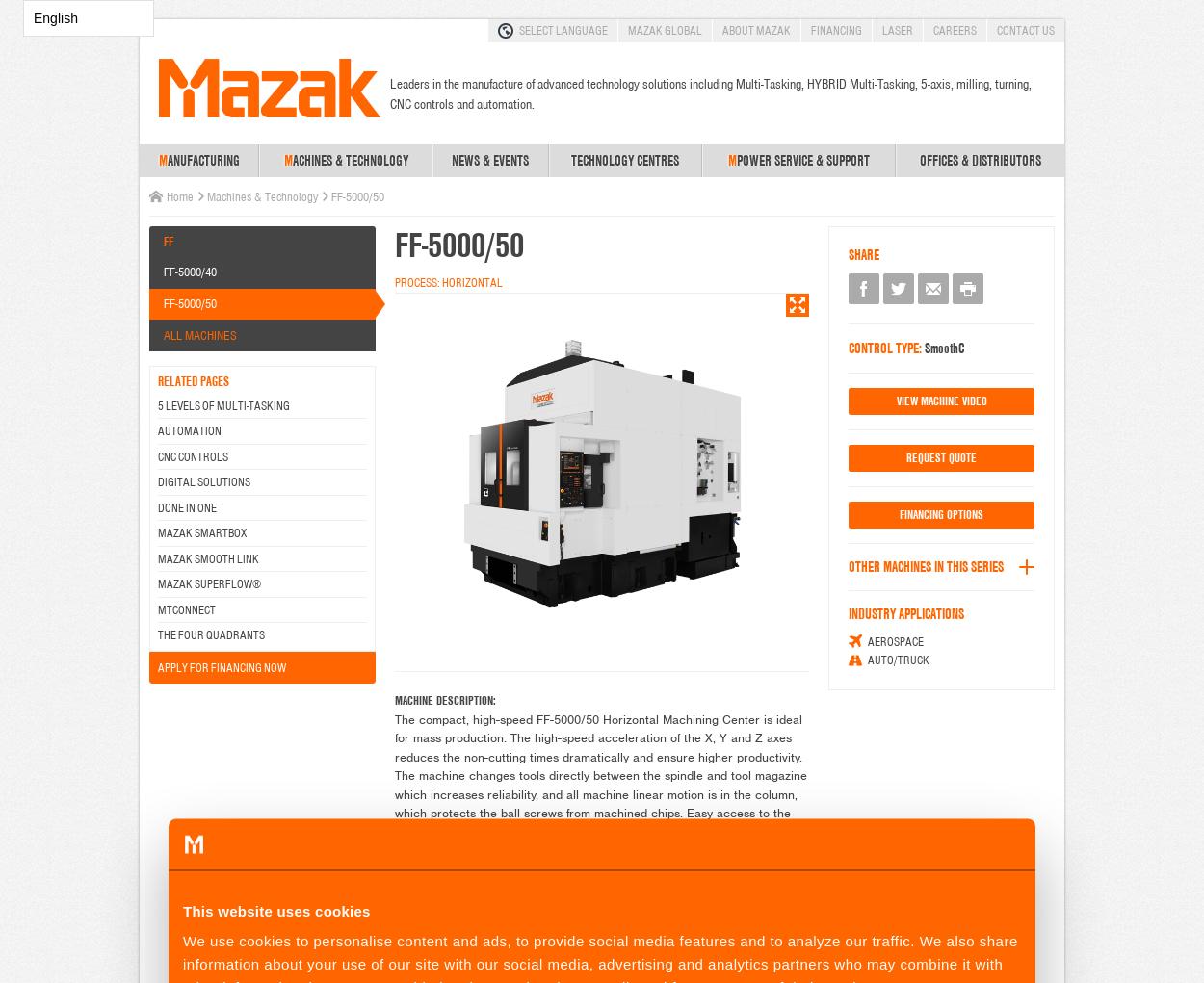 The image size is (1204, 983). What do you see at coordinates (516, 922) in the screenshot?
I see `'Compact design for reduced footprint'` at bounding box center [516, 922].